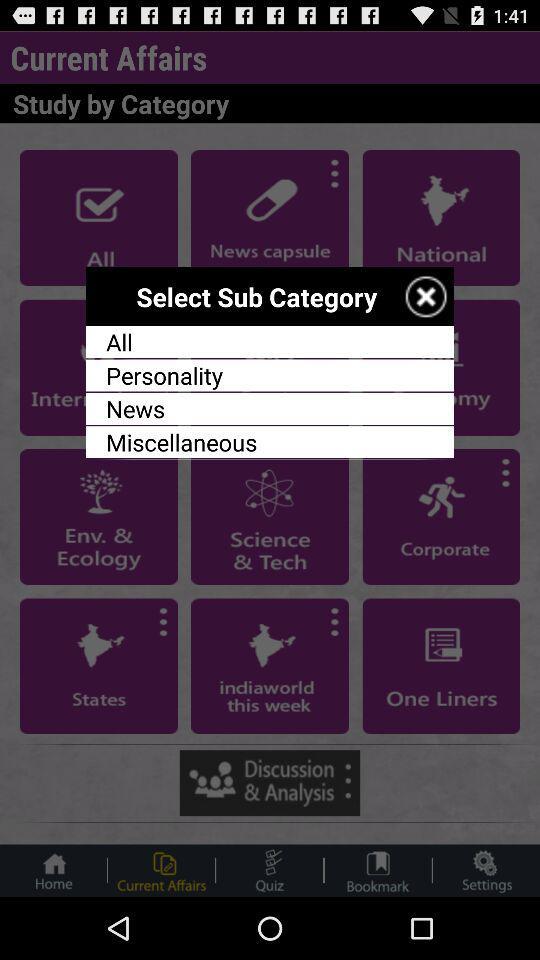 The width and height of the screenshot is (540, 960). I want to click on news icon, so click(270, 407).